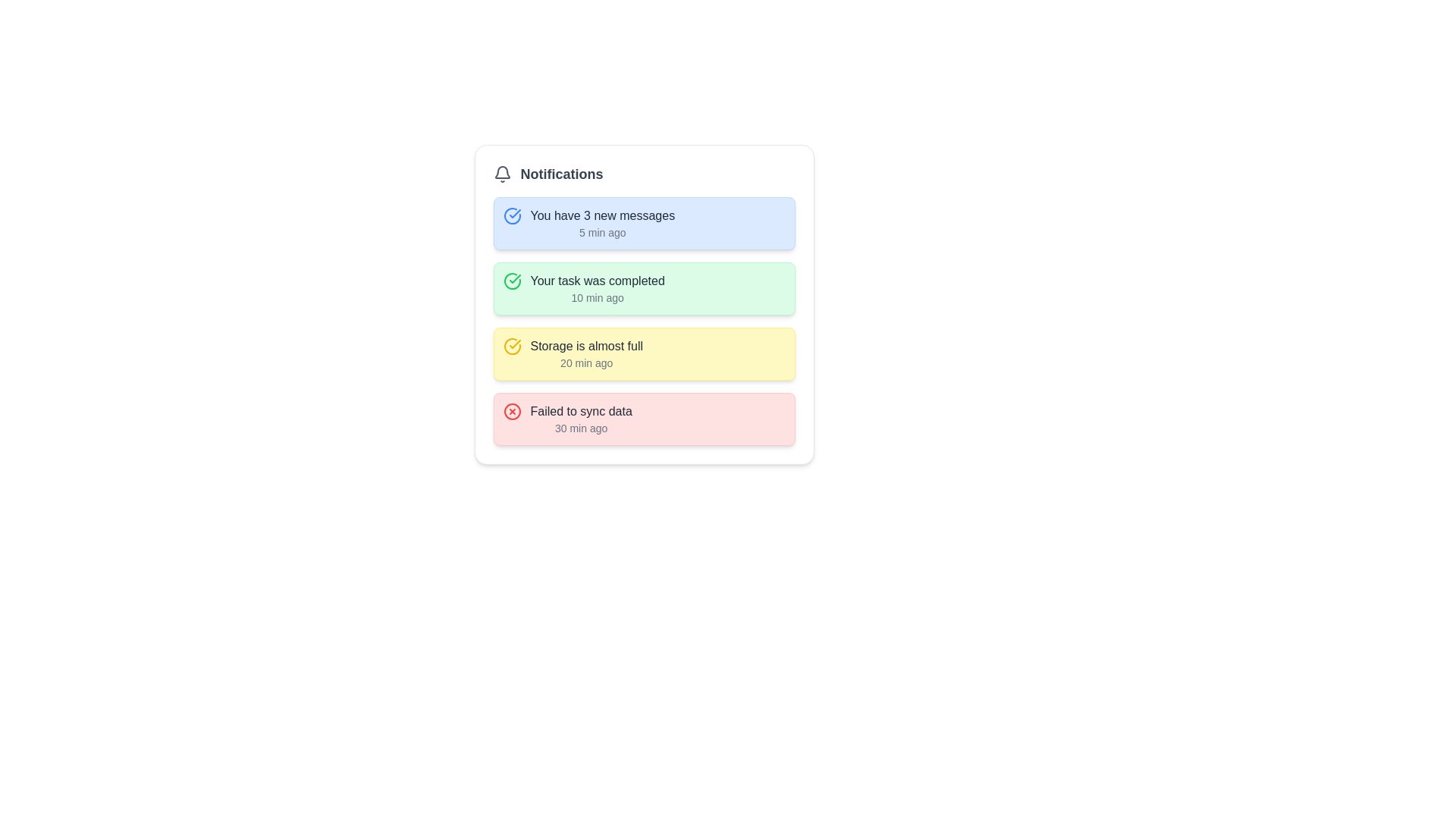  What do you see at coordinates (512, 346) in the screenshot?
I see `the yellow notification icon with a circular checkmark that indicates the storage status, located to the left of the text 'Storage is almost full'` at bounding box center [512, 346].